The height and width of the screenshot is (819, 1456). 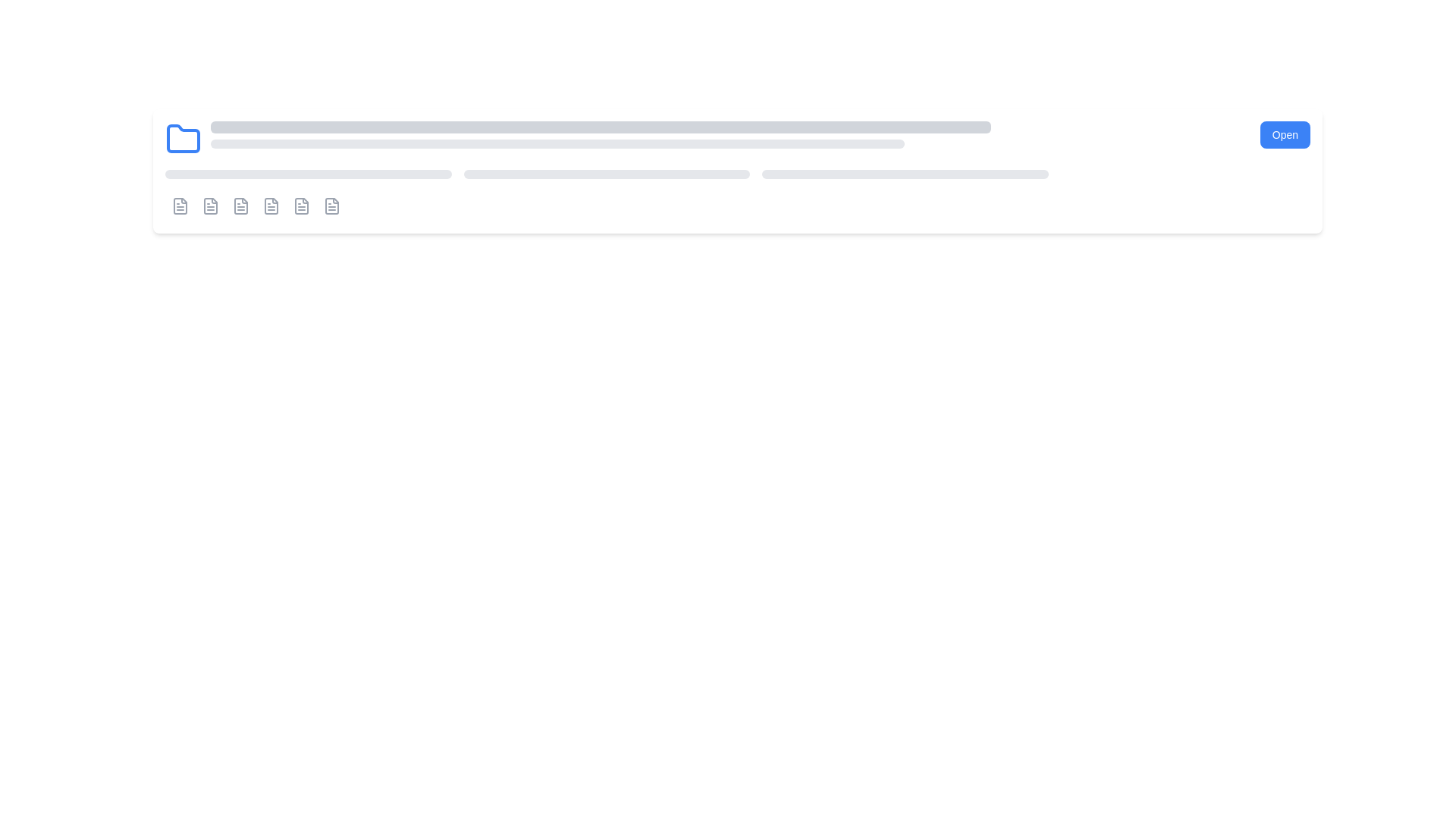 I want to click on the first document icon in the horizontal group of document icons, which visually represents a document or file, so click(x=180, y=206).